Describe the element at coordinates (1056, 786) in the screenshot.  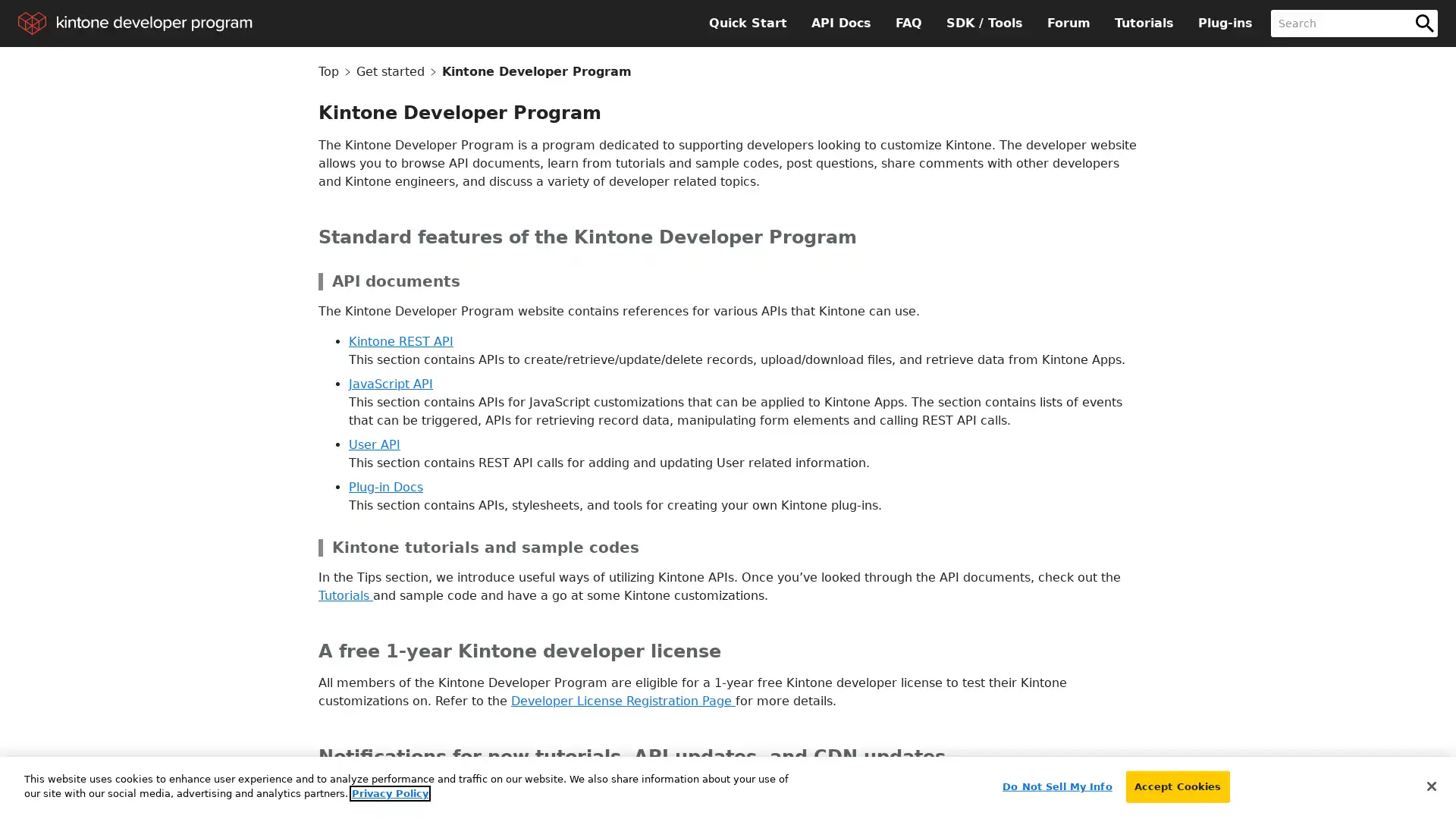
I see `Do Not Sell My Info` at that location.